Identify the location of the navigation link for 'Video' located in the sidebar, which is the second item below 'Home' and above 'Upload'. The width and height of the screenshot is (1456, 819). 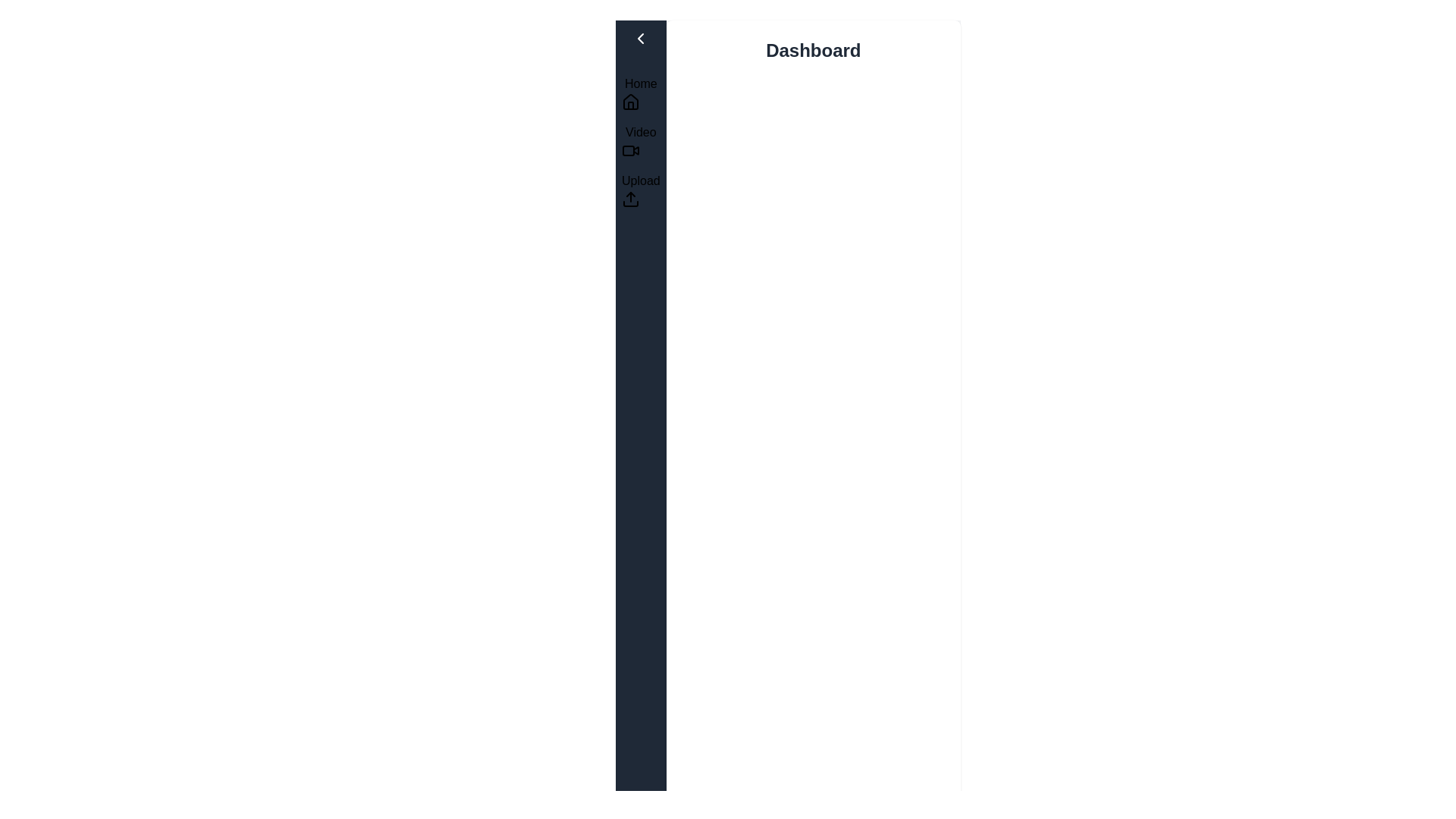
(641, 141).